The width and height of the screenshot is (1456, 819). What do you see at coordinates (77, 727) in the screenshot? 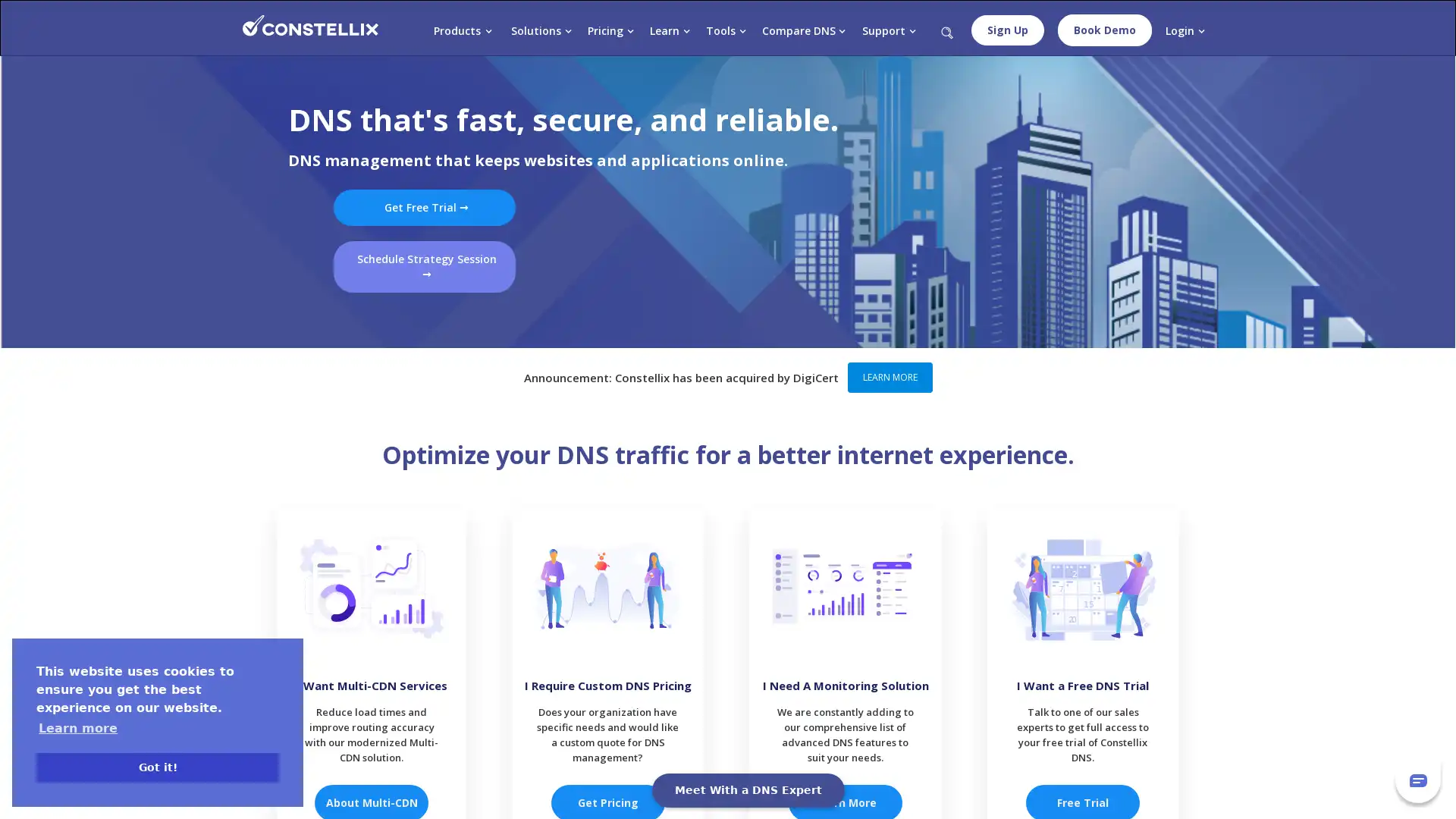
I see `learn more about cookies` at bounding box center [77, 727].